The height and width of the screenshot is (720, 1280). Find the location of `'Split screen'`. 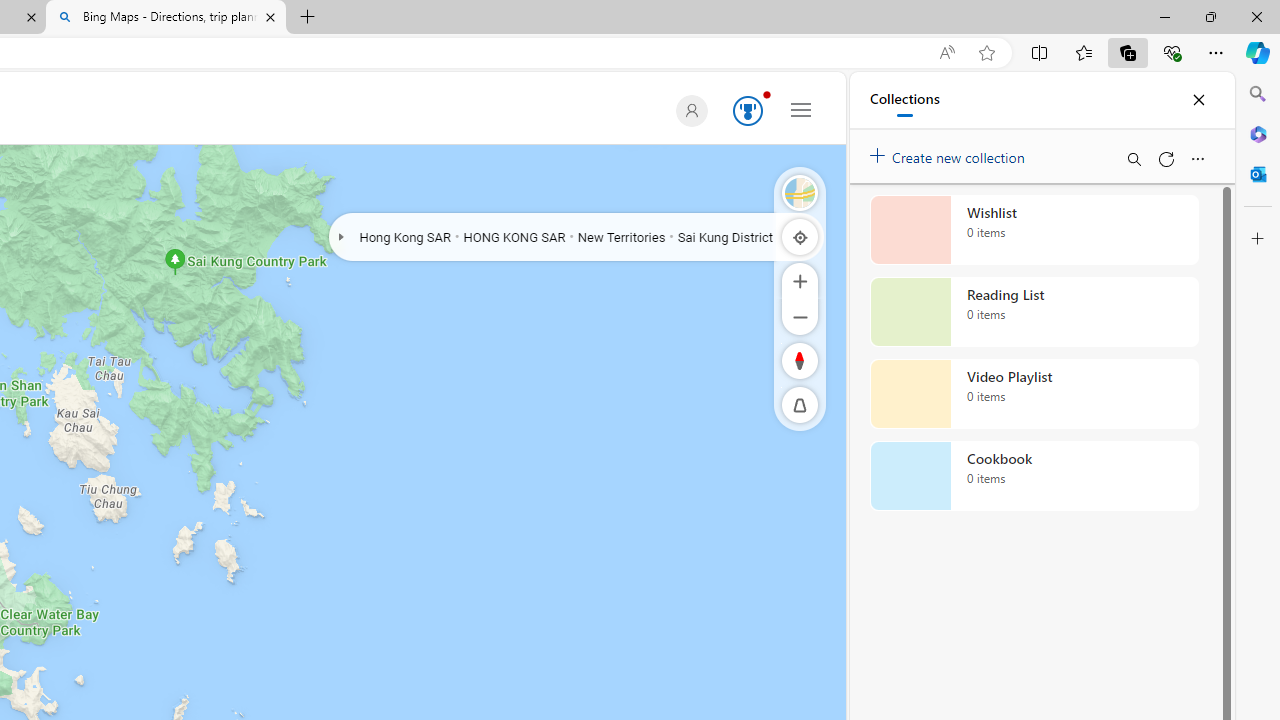

'Split screen' is located at coordinates (1040, 51).